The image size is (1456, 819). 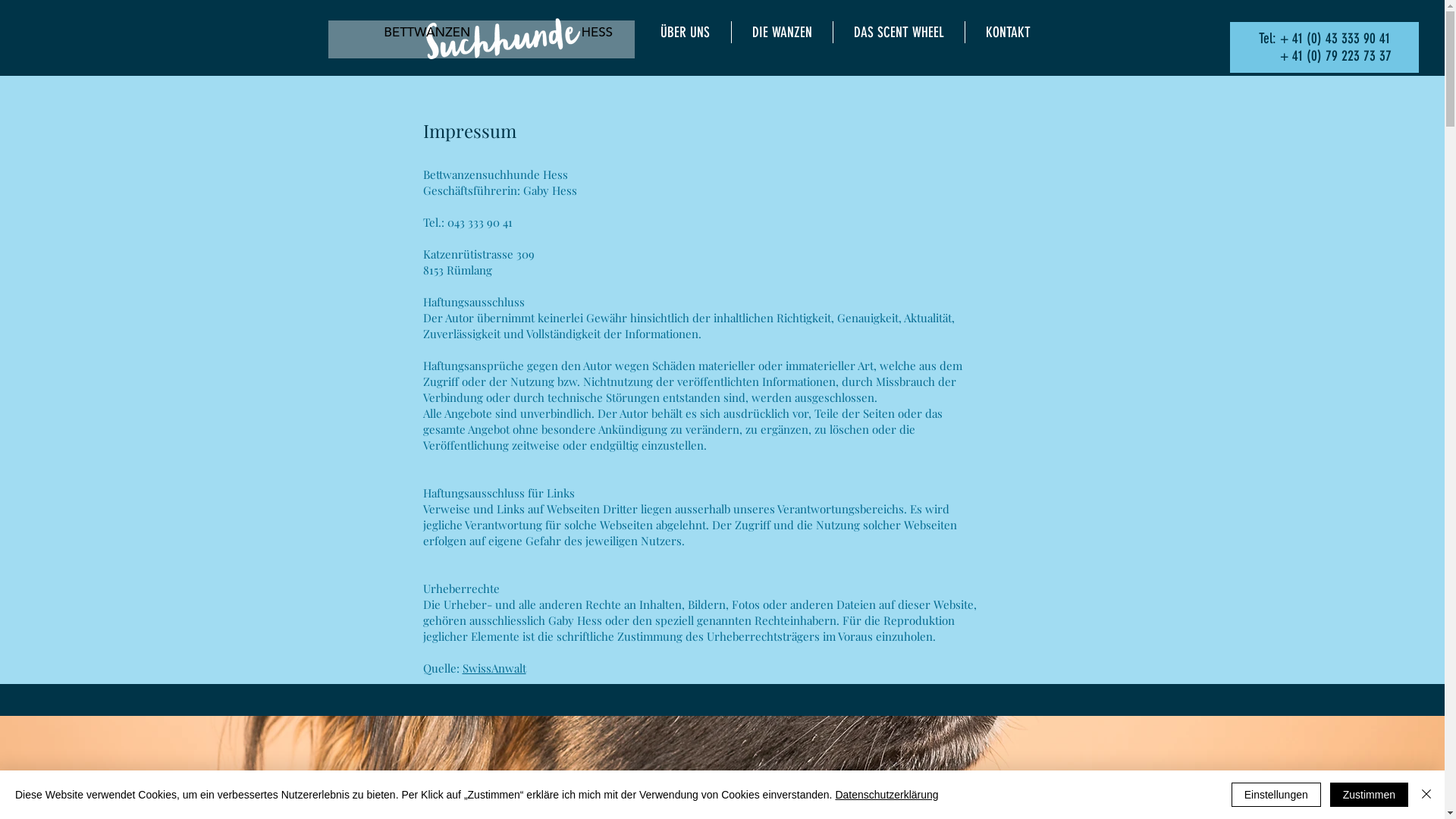 What do you see at coordinates (781, 32) in the screenshot?
I see `'DIE WANZEN'` at bounding box center [781, 32].